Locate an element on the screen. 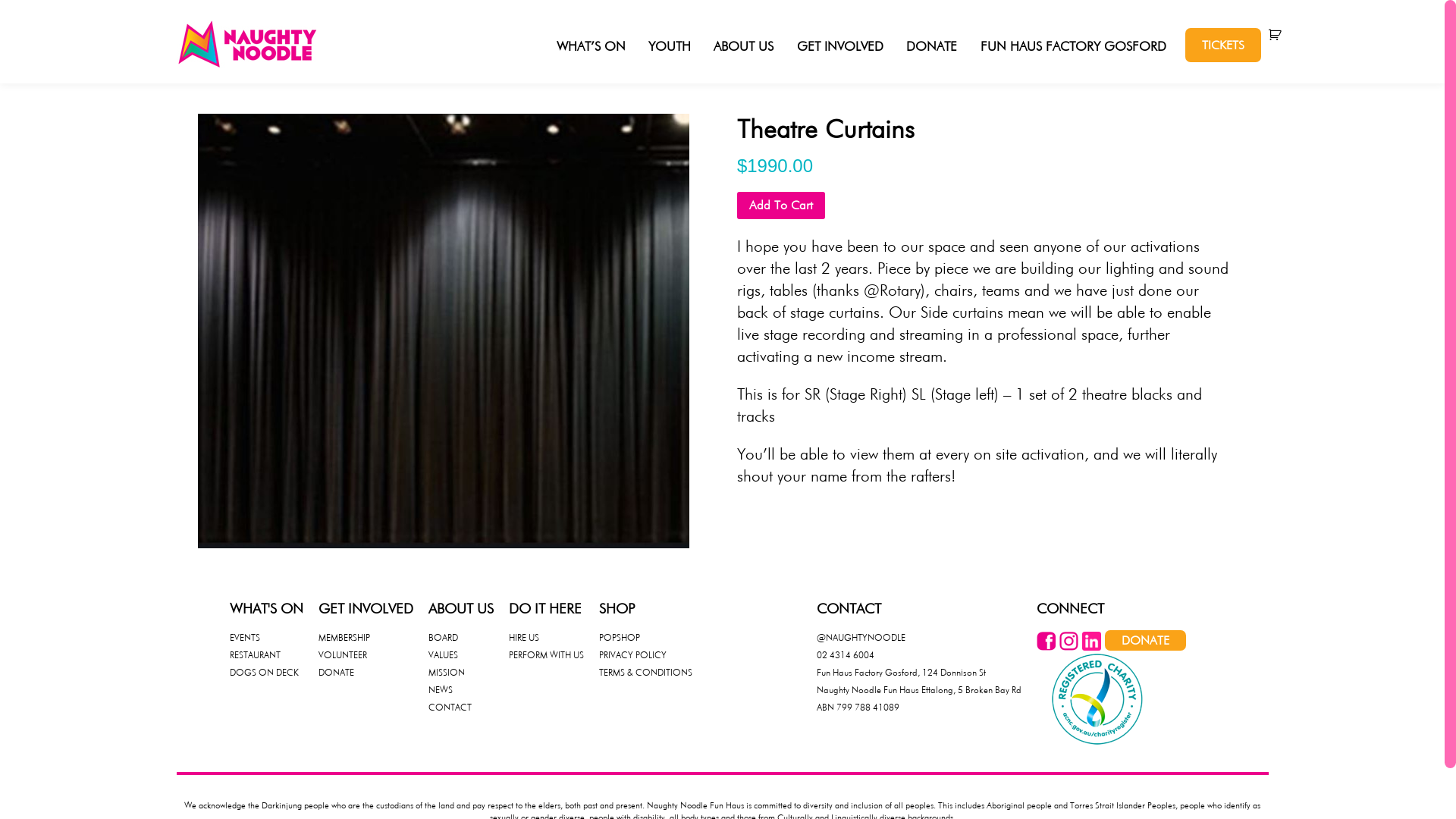  'CONTACT' is located at coordinates (448, 707).